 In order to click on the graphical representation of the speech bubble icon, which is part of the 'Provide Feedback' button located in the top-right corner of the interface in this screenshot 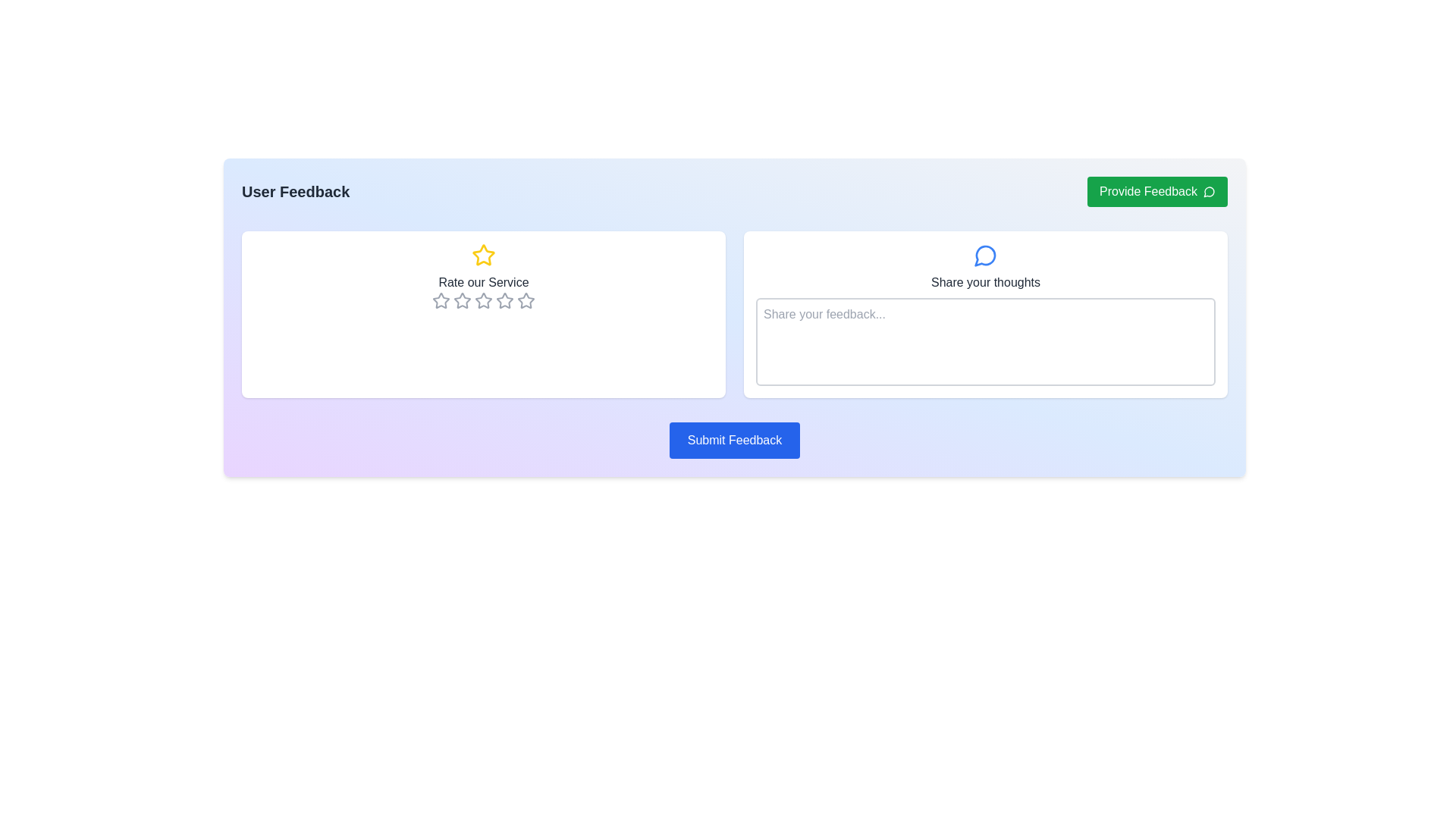, I will do `click(1208, 191)`.